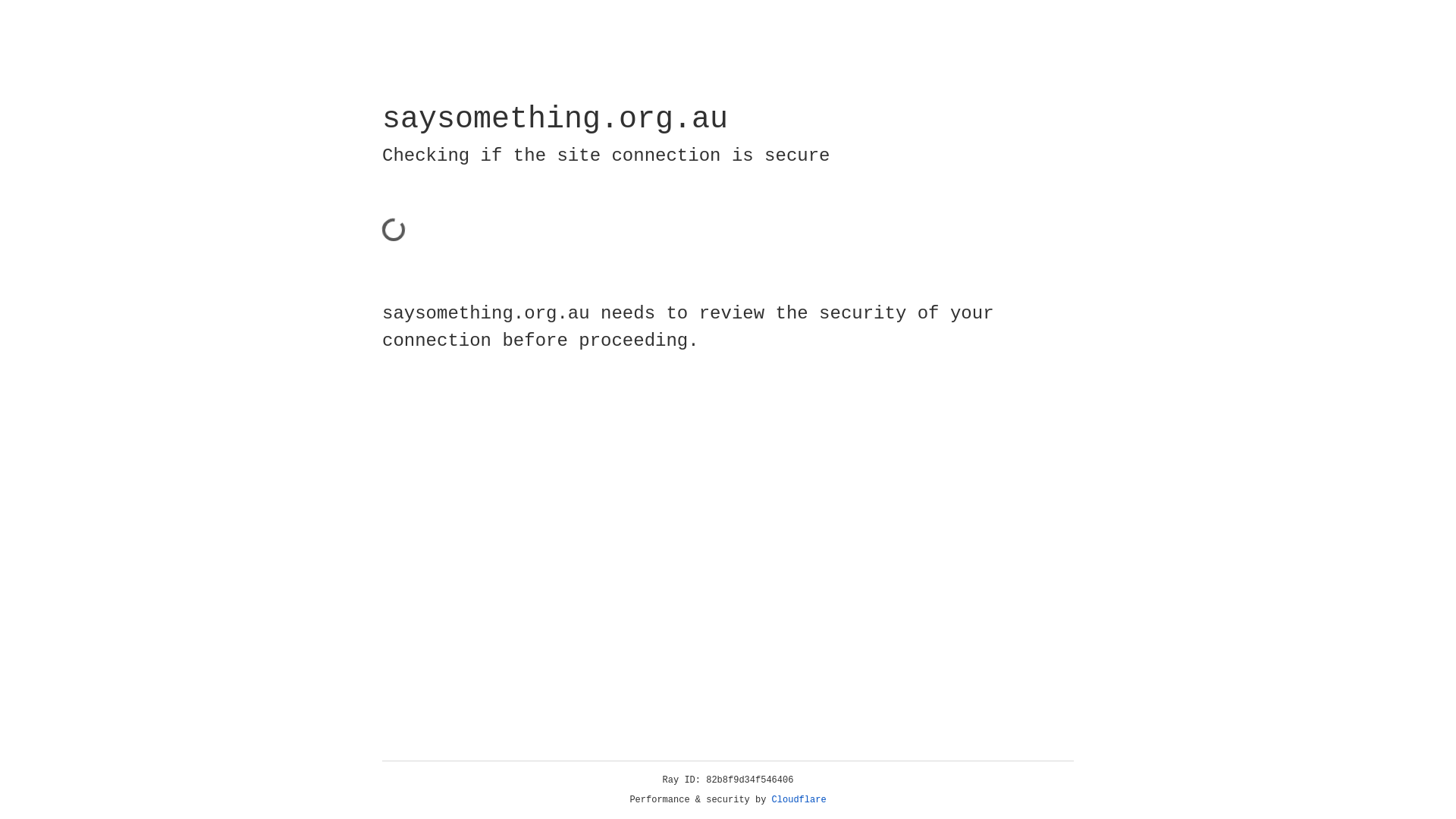  Describe the element at coordinates (799, 799) in the screenshot. I see `'Cloudflare'` at that location.